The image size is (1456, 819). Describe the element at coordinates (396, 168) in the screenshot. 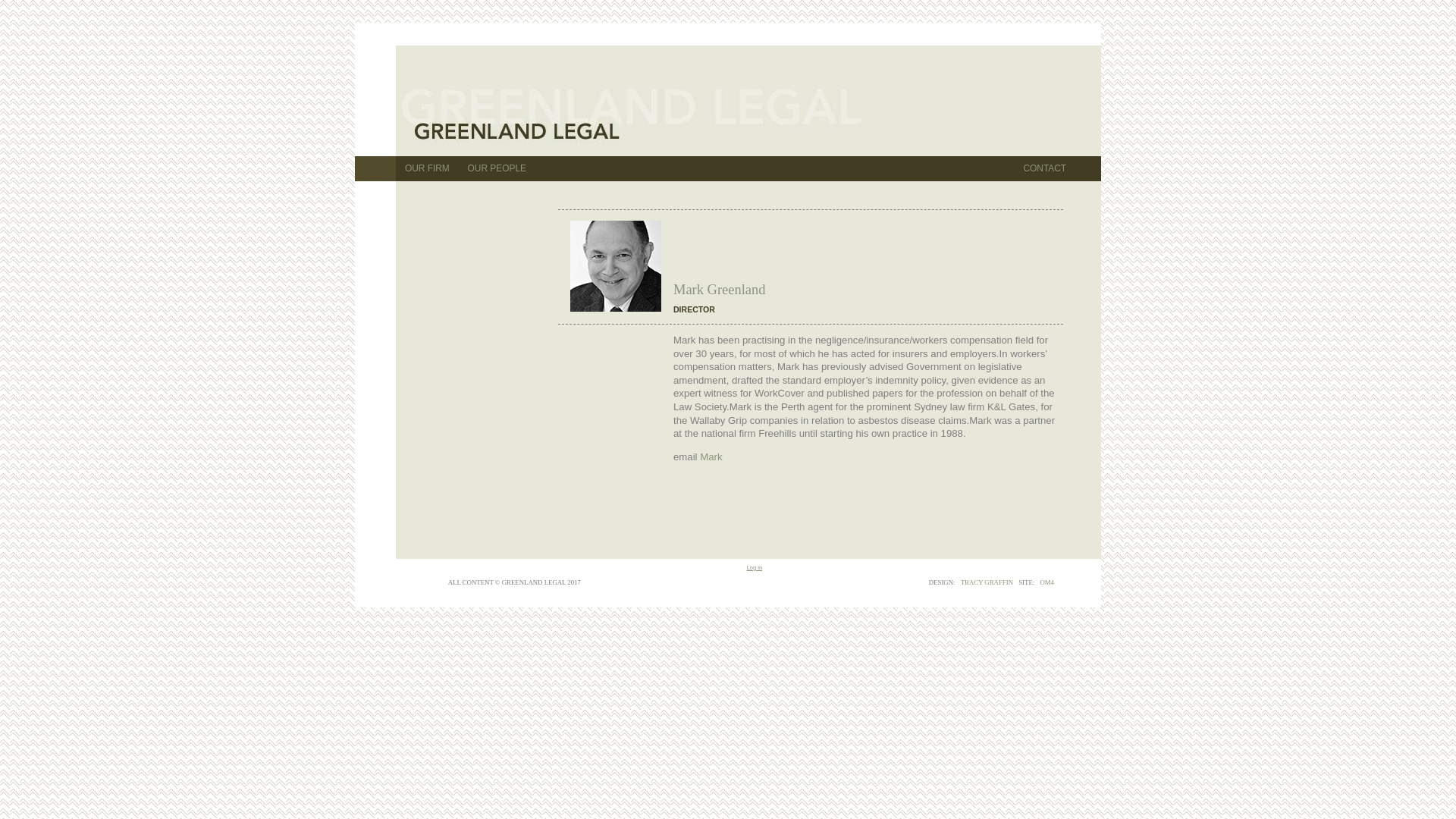

I see `'OUR FIRM'` at that location.